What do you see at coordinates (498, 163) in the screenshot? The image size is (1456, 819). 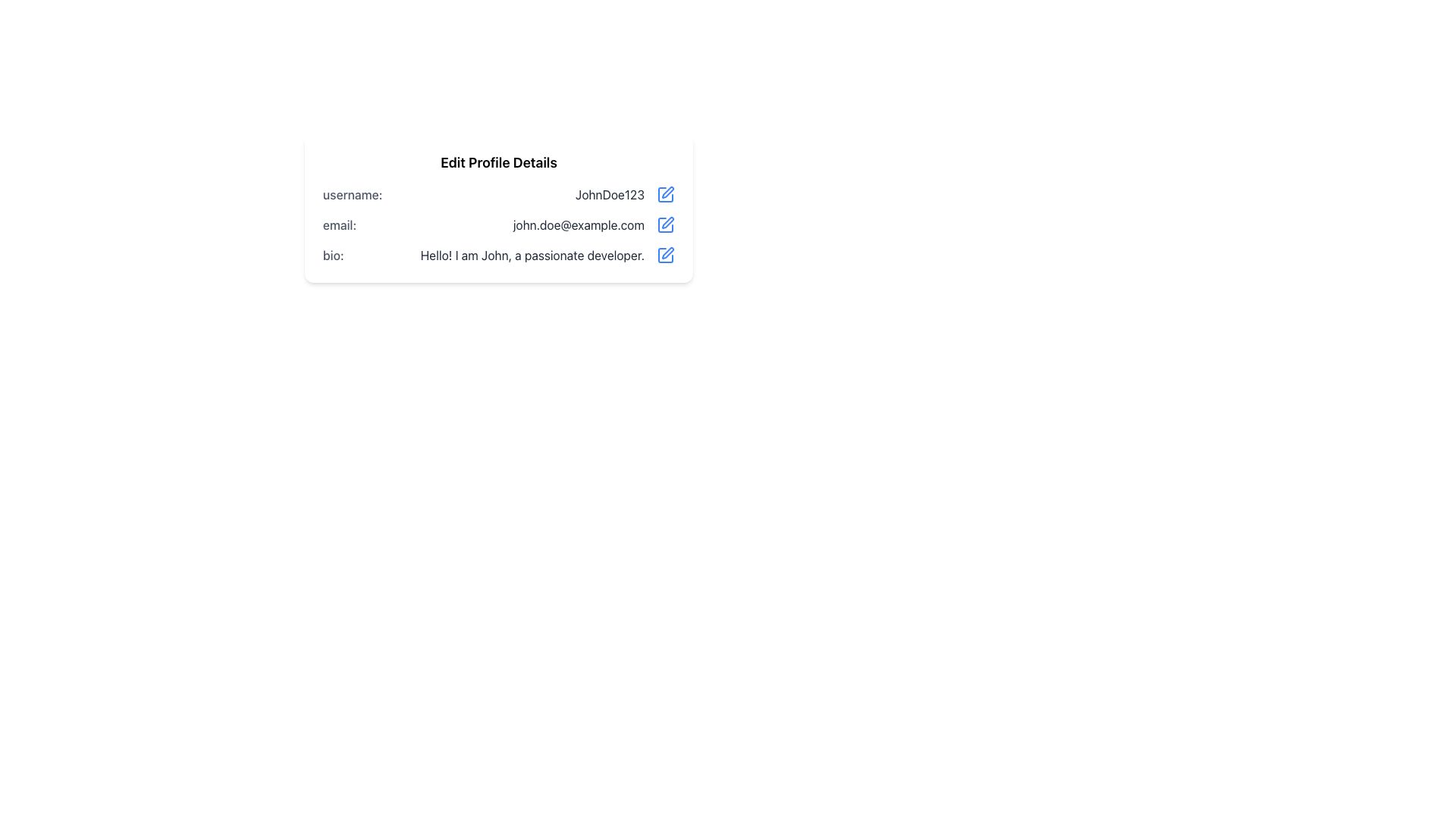 I see `the 'Edit Profile Details' text label, which serves as a descriptive header for editing profile information, located at the top of the profile card` at bounding box center [498, 163].